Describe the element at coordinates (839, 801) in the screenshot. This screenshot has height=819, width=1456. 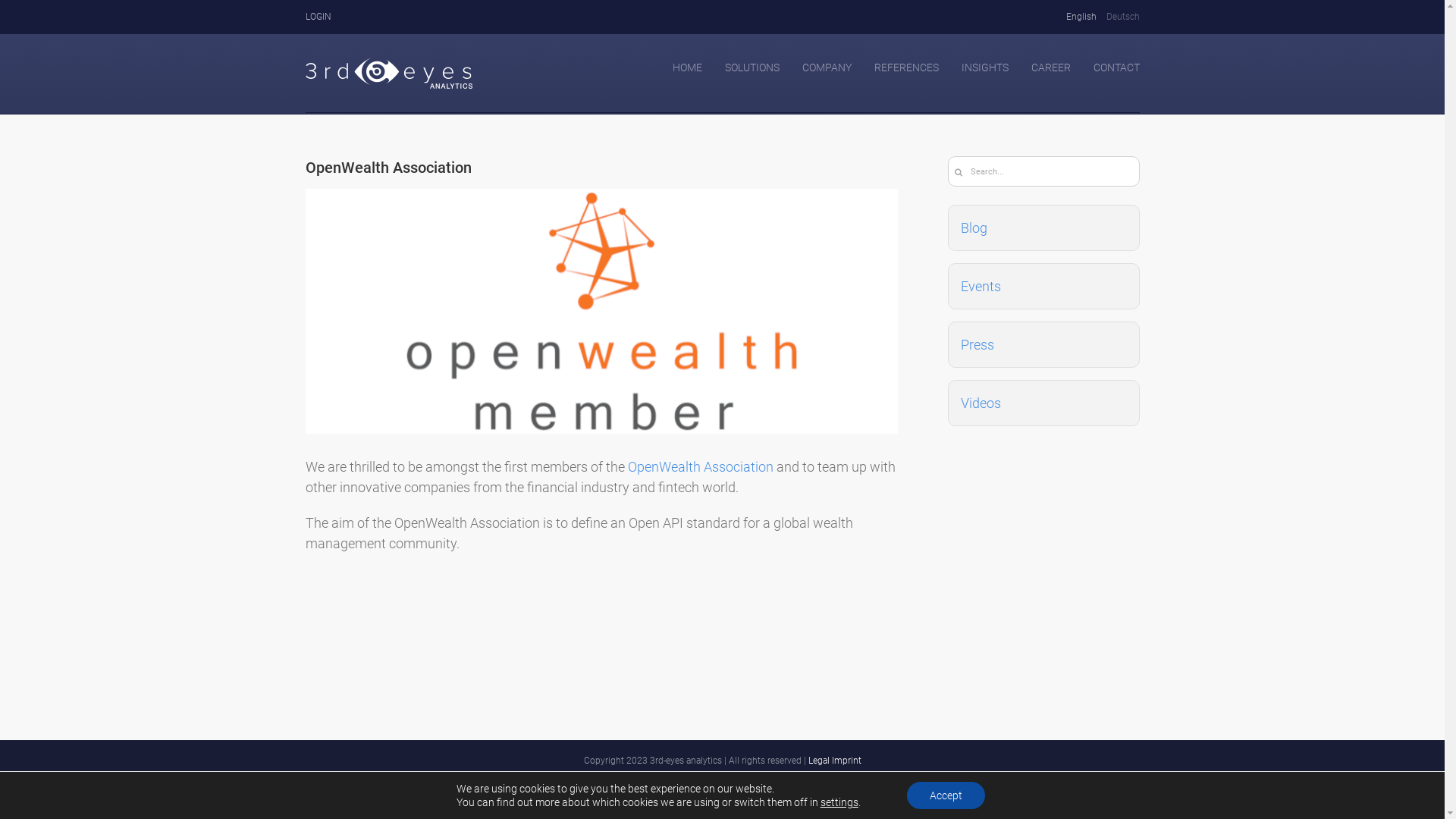
I see `'settings'` at that location.